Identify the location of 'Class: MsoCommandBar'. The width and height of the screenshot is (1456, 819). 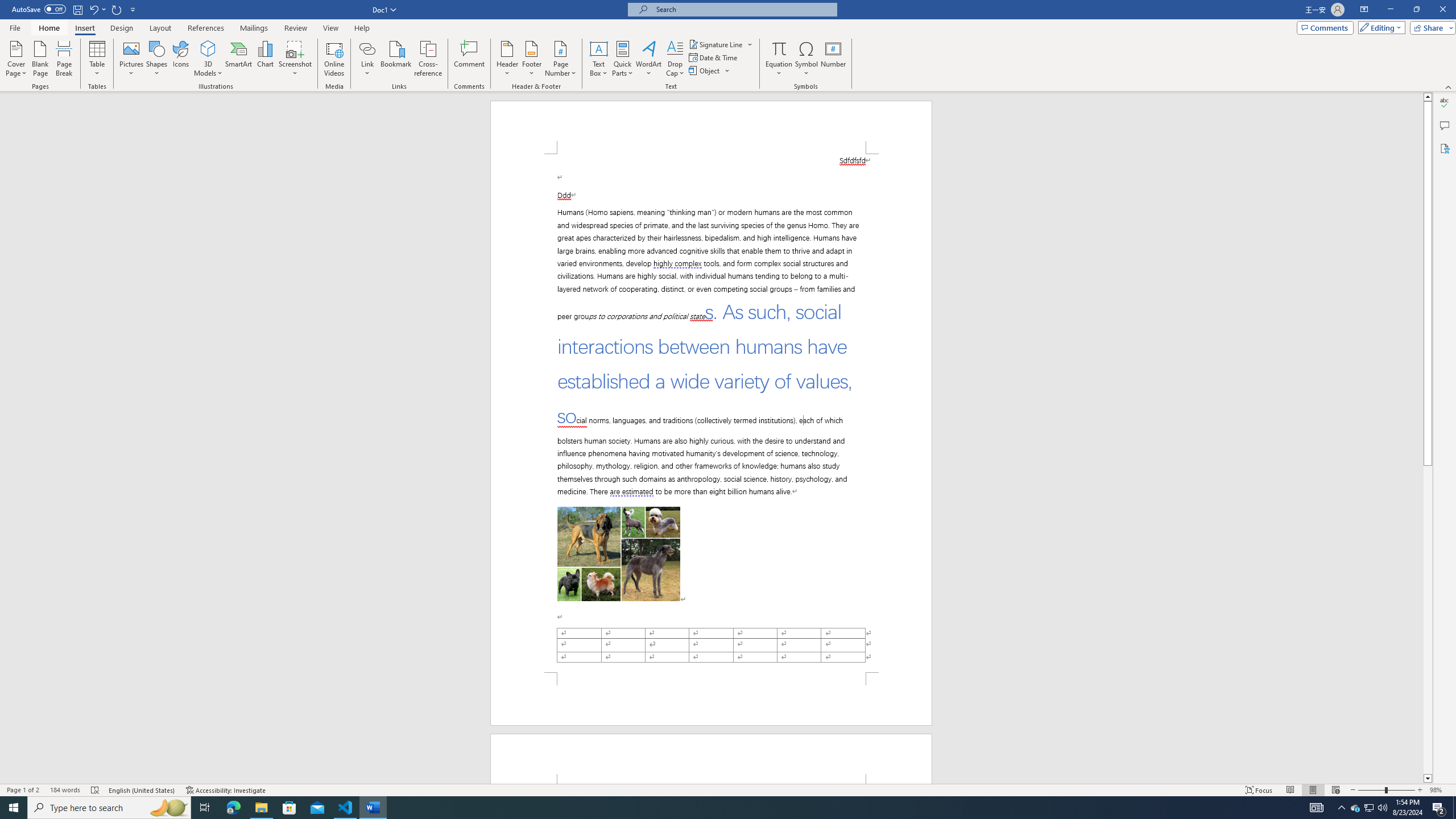
(728, 789).